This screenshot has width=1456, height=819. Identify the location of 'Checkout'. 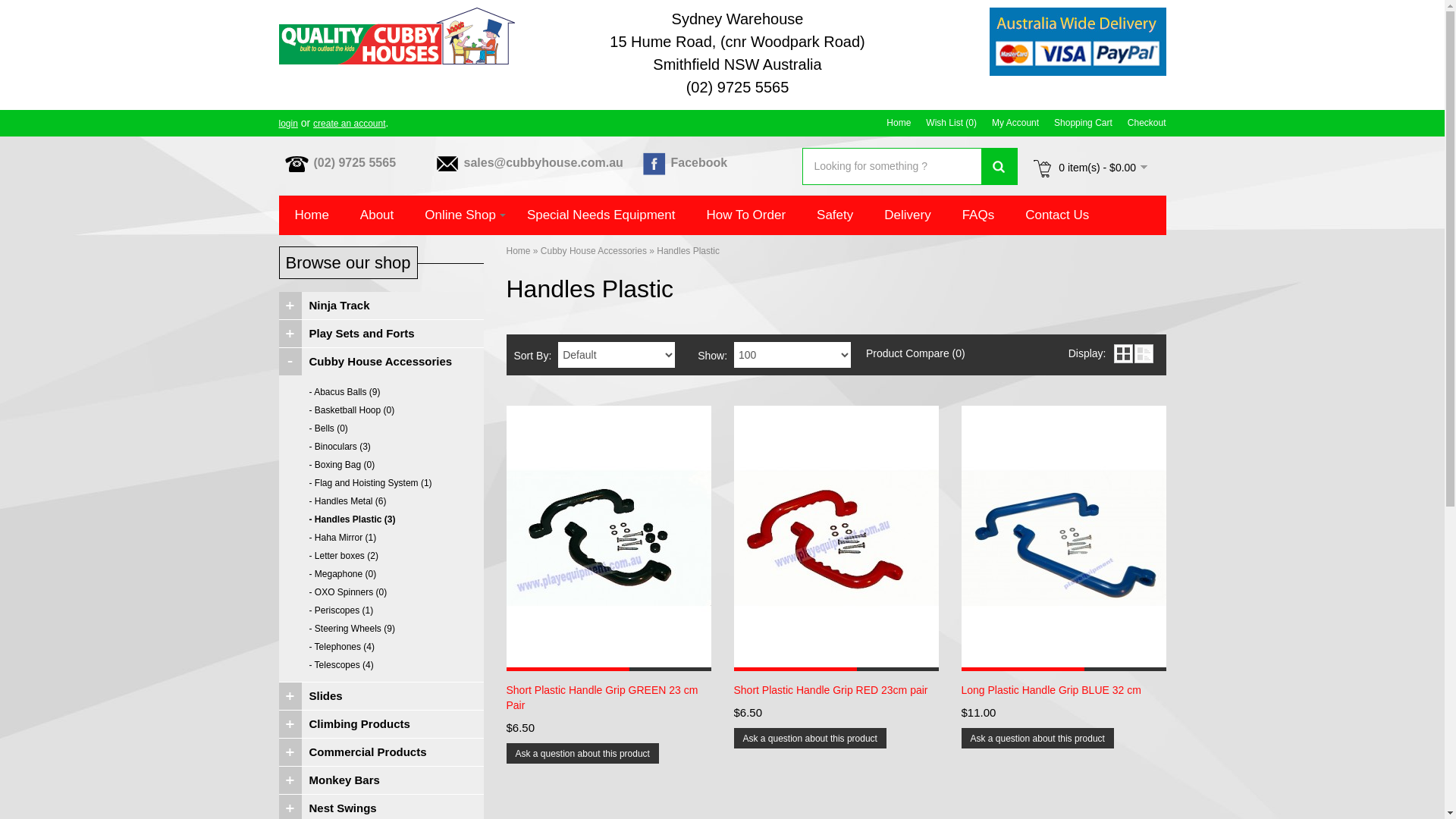
(1147, 122).